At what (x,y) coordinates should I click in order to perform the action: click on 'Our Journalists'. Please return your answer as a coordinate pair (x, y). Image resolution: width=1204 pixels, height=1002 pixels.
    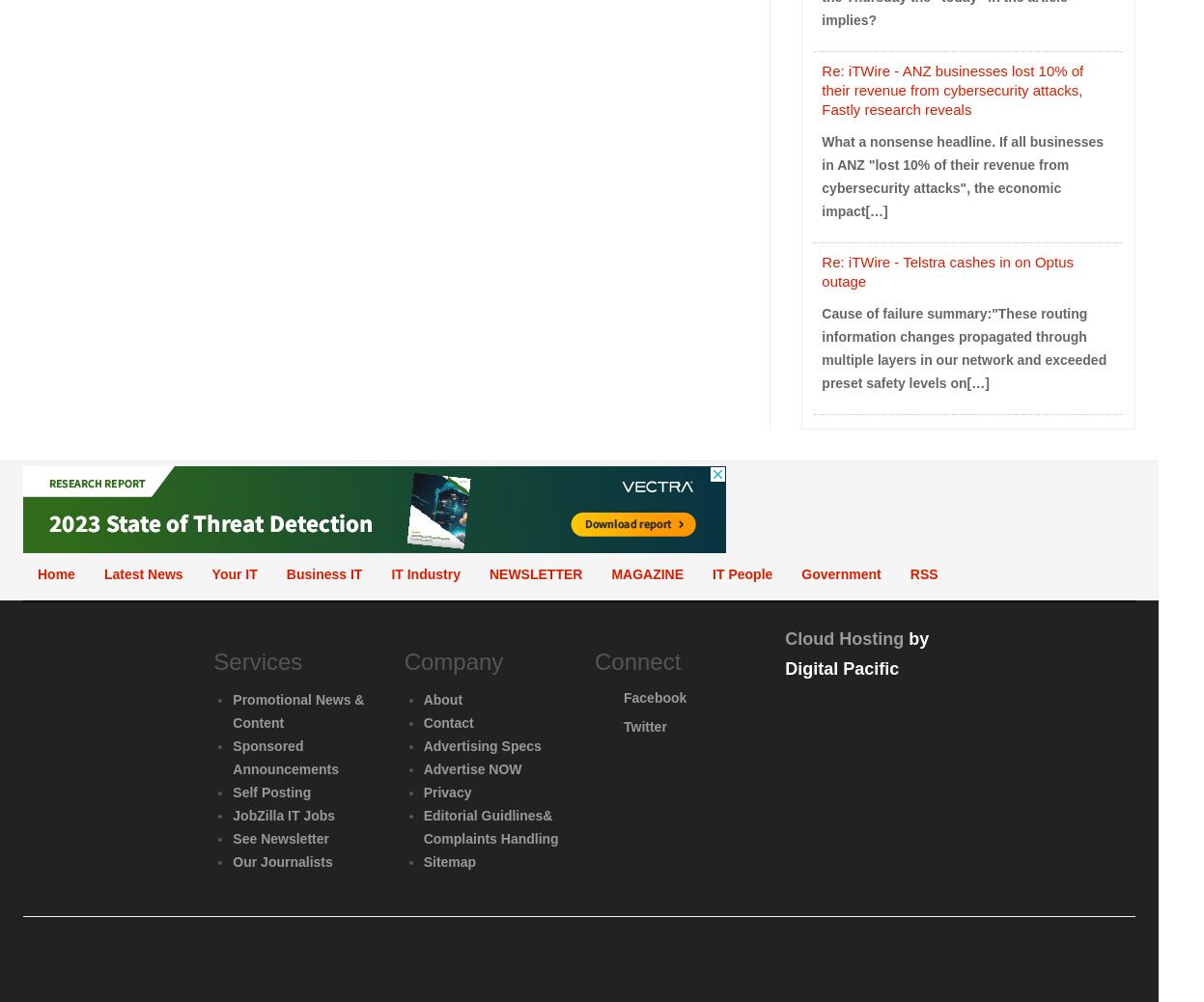
    Looking at the image, I should click on (282, 861).